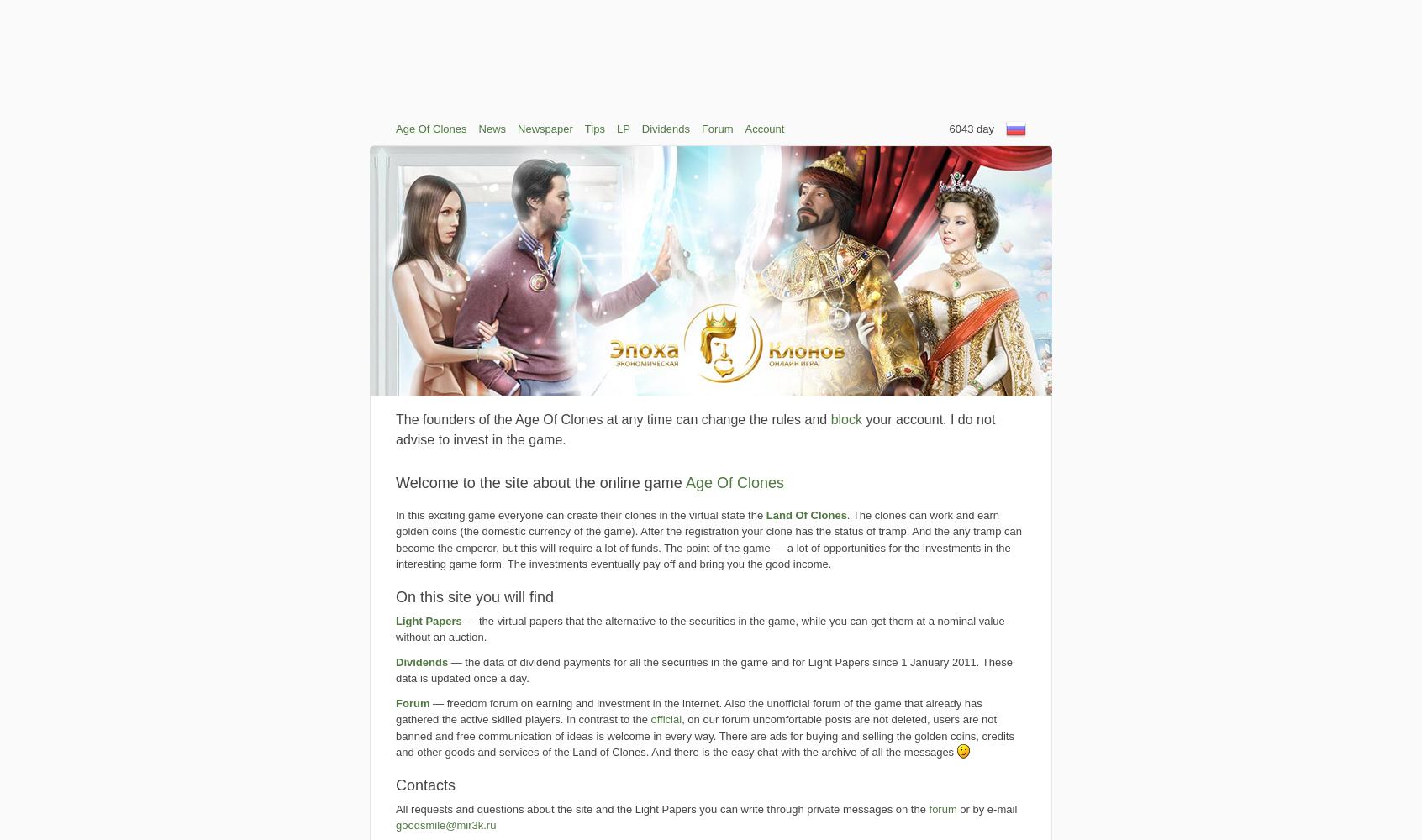 The width and height of the screenshot is (1422, 840). I want to click on 'In this exciting game everyone can create their clones in the virtual state the', so click(395, 513).